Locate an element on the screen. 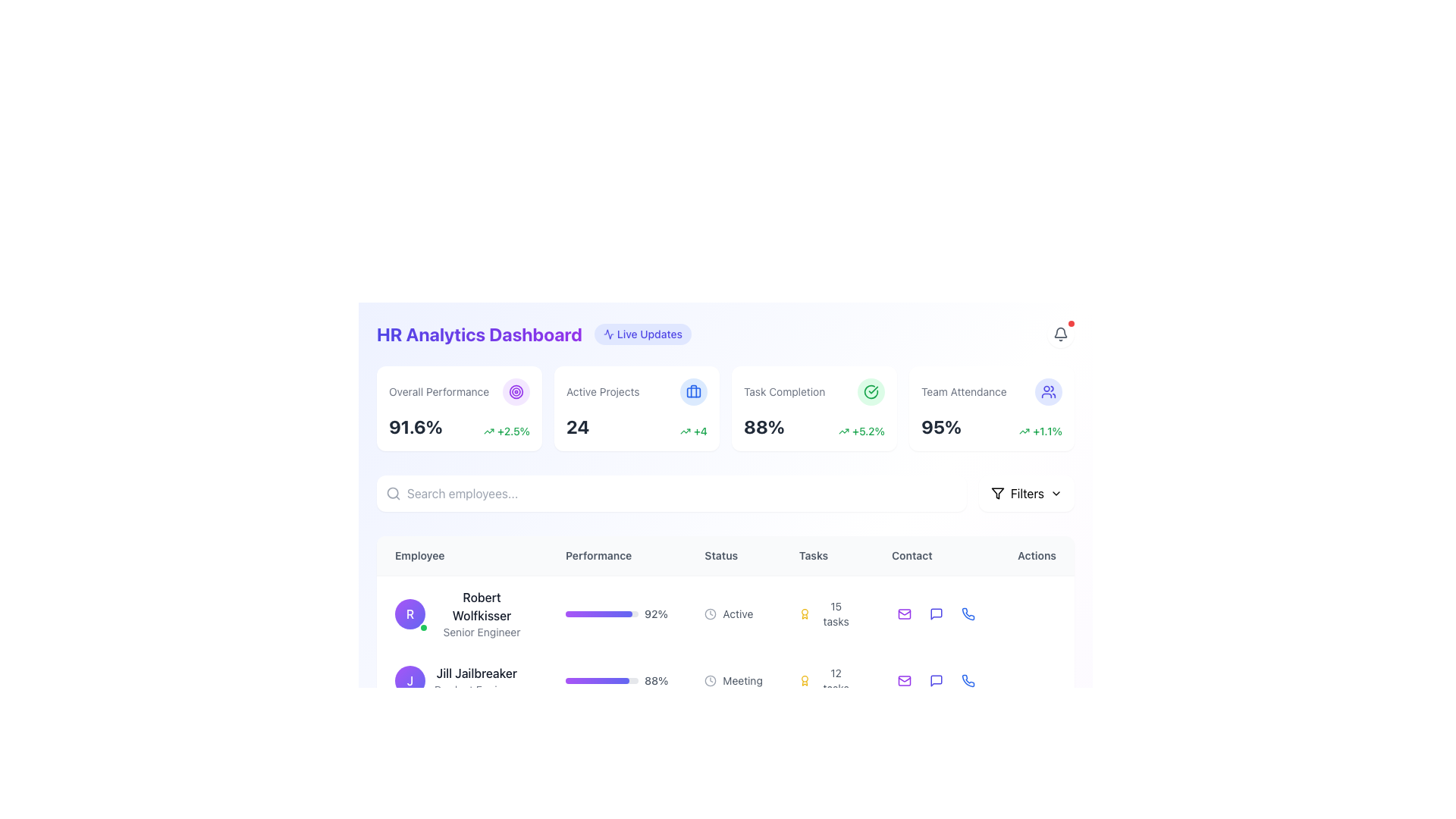 This screenshot has width=1456, height=819. the Interactive Icon representing the messaging feature for 'Jill Jailbreaker' located in the 'Contact' column, between the email and phone icons is located at coordinates (936, 680).